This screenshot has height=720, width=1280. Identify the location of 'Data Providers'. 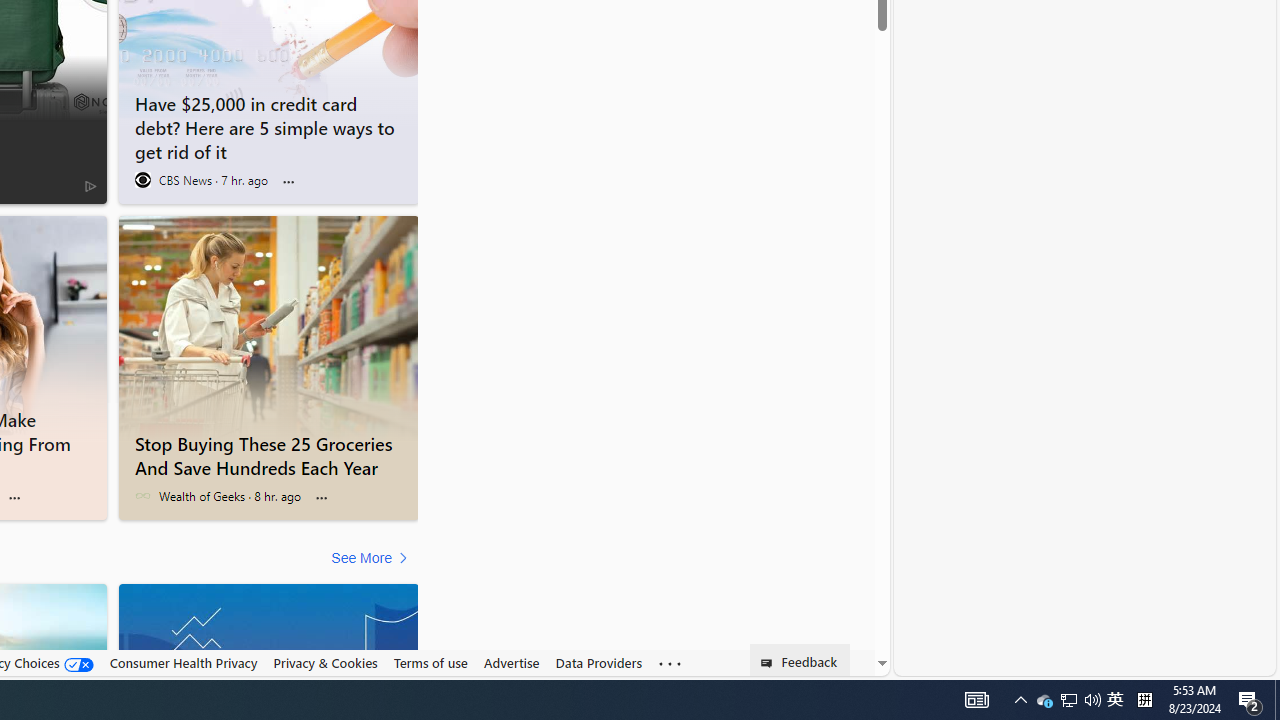
(598, 662).